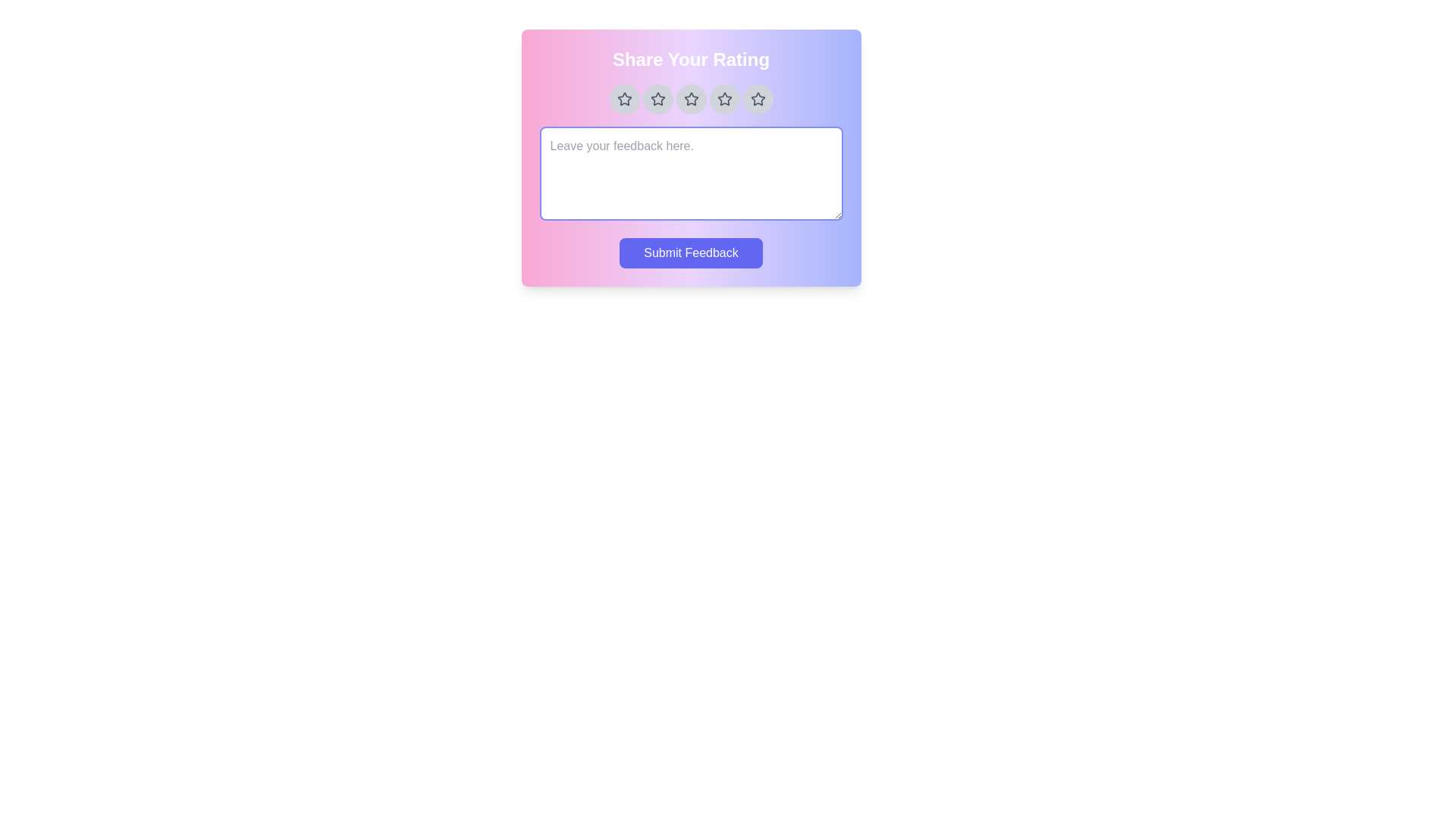 The width and height of the screenshot is (1456, 819). Describe the element at coordinates (690, 172) in the screenshot. I see `the text area to focus and enable text input` at that location.